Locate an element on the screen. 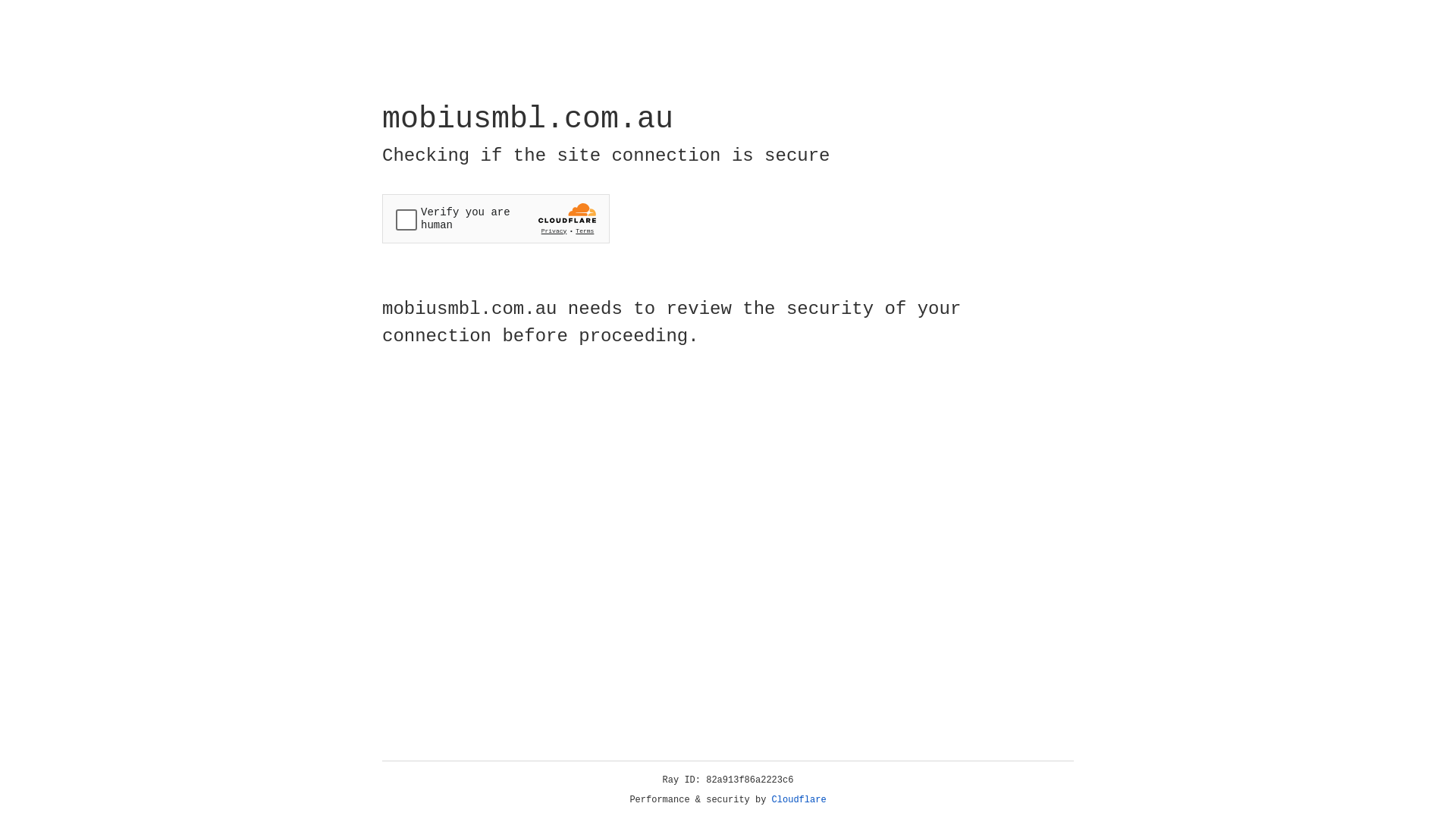 The height and width of the screenshot is (819, 1456). 'Widget containing a Cloudflare security challenge' is located at coordinates (495, 218).